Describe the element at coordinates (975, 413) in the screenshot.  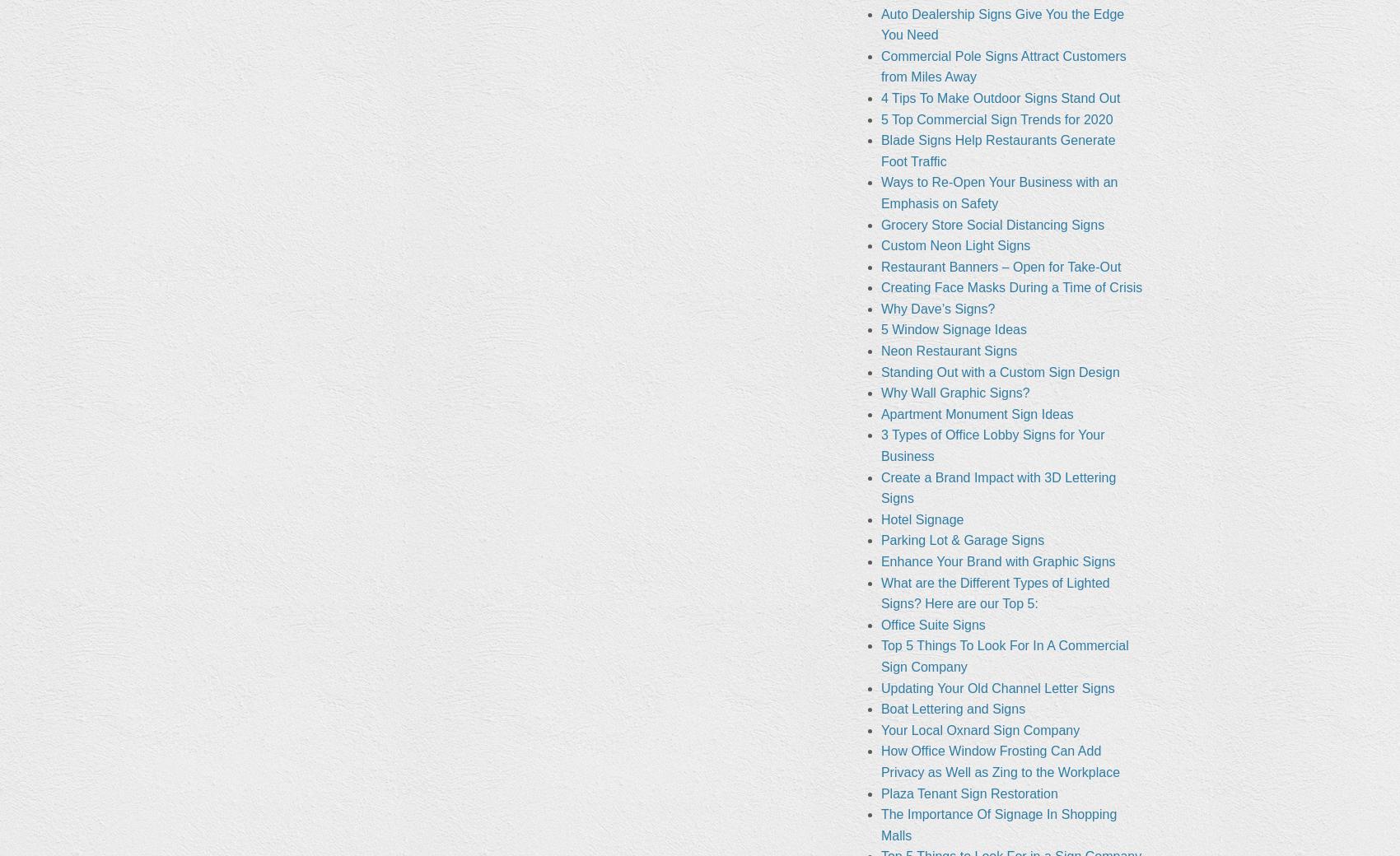
I see `'Apartment Monument Sign Ideas'` at that location.